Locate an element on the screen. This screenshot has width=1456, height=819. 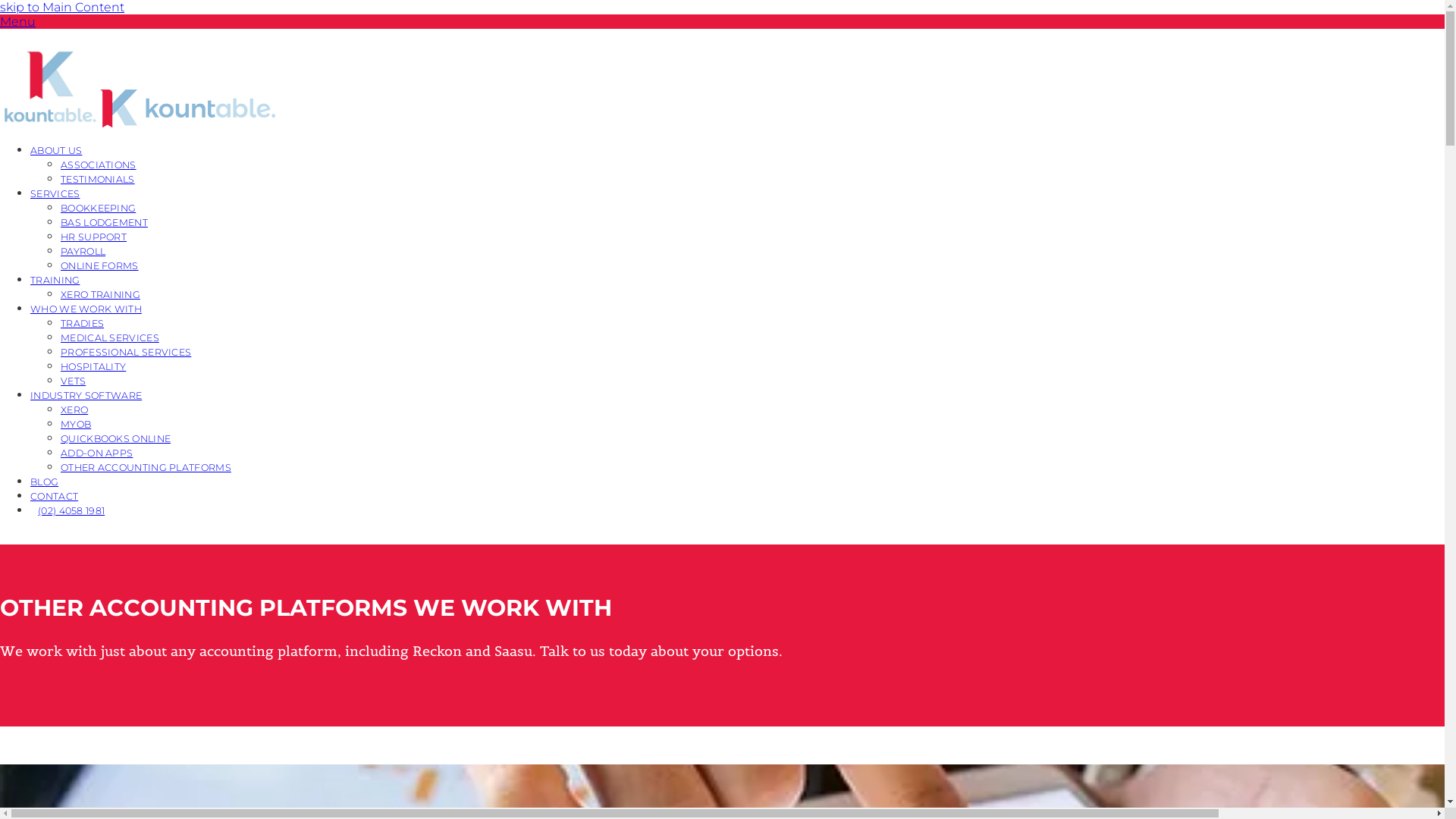
'BLOG' is located at coordinates (44, 481).